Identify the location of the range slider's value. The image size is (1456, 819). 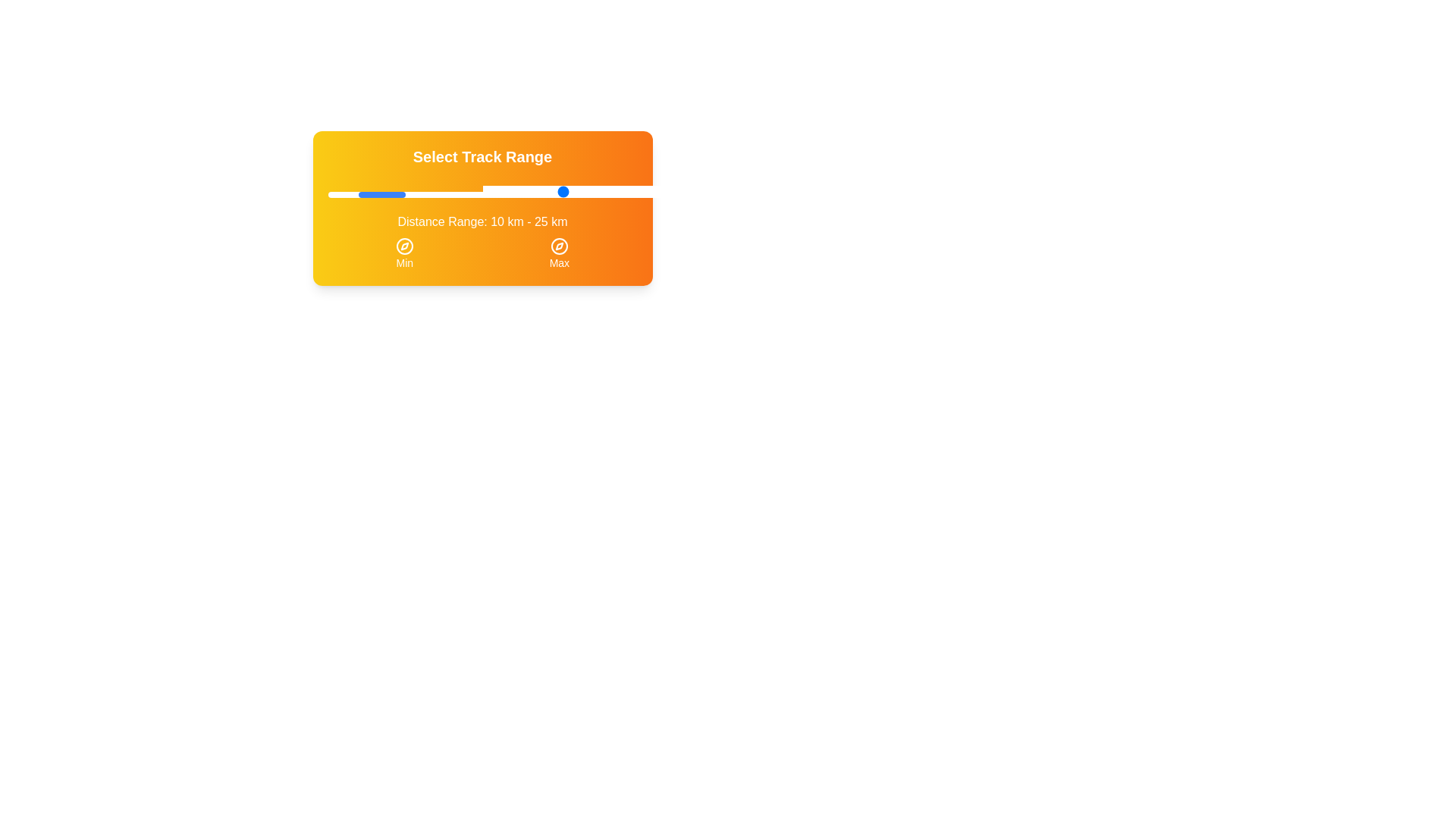
(466, 194).